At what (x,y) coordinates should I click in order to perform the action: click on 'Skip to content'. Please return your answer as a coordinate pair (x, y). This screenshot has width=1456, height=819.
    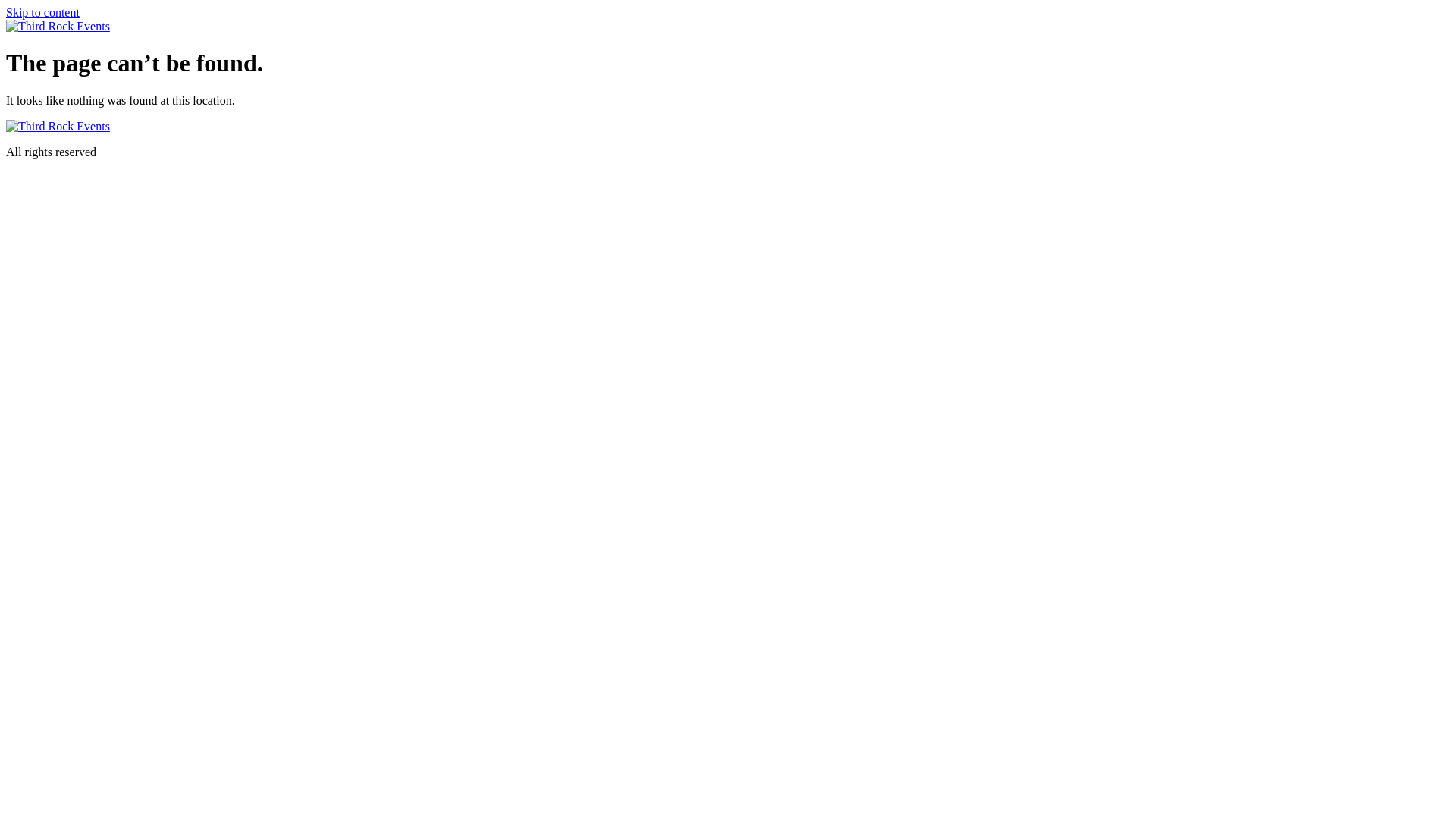
    Looking at the image, I should click on (6, 12).